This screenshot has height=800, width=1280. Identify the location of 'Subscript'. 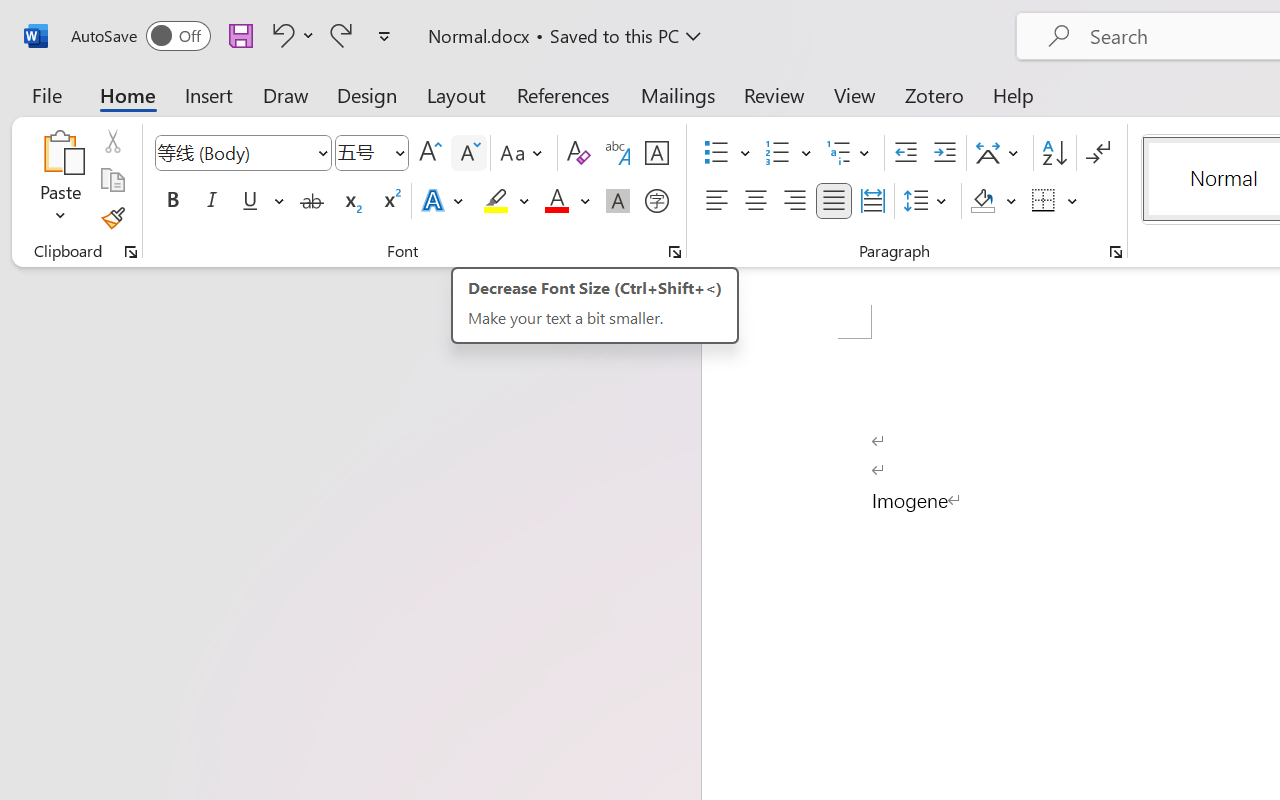
(350, 201).